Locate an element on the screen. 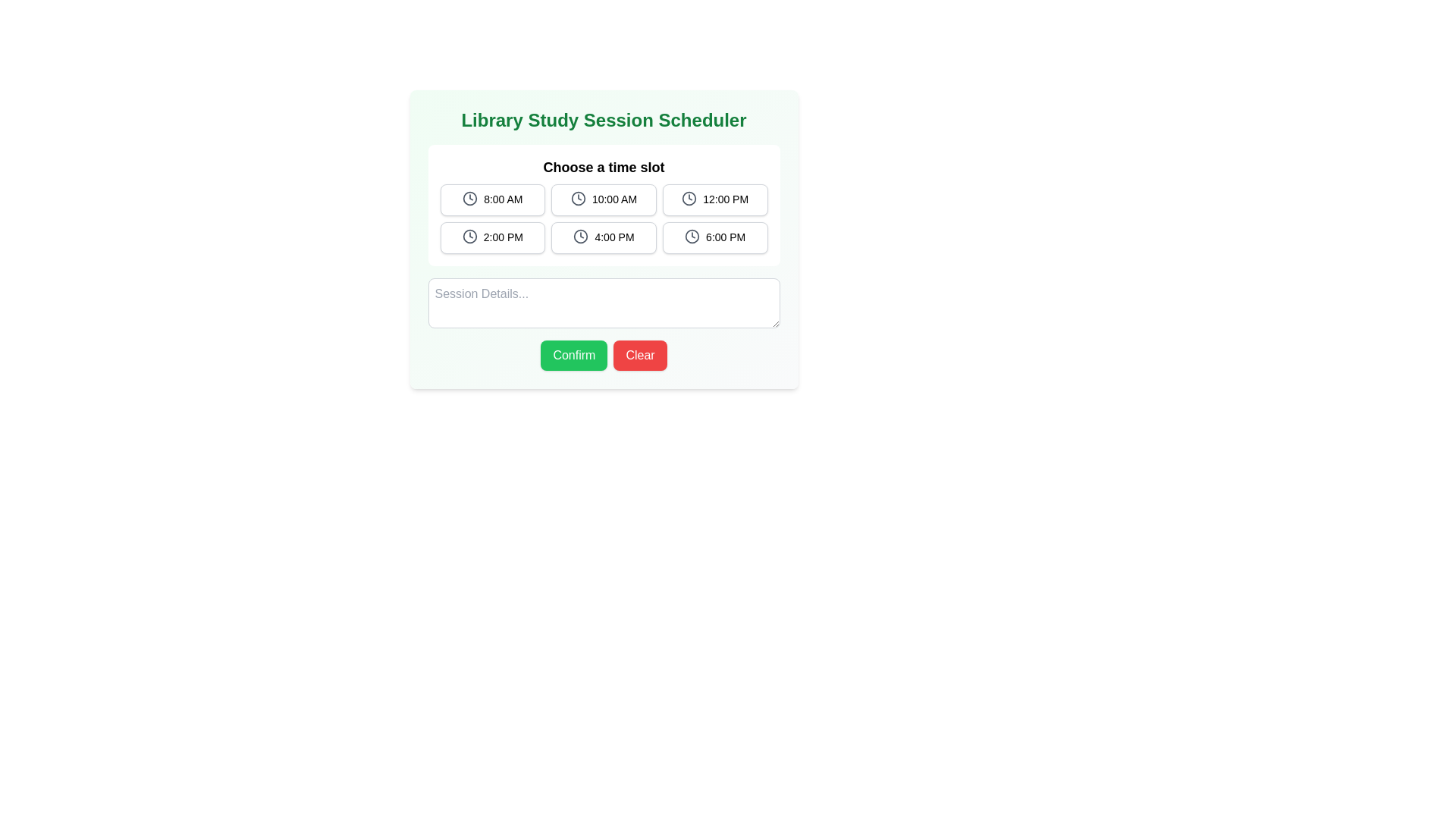 The image size is (1456, 819). the time slot selector button labeled '12:00 PM', which is styled as a white rounded rectangle with a shadow and includes a clock icon on the left is located at coordinates (714, 199).